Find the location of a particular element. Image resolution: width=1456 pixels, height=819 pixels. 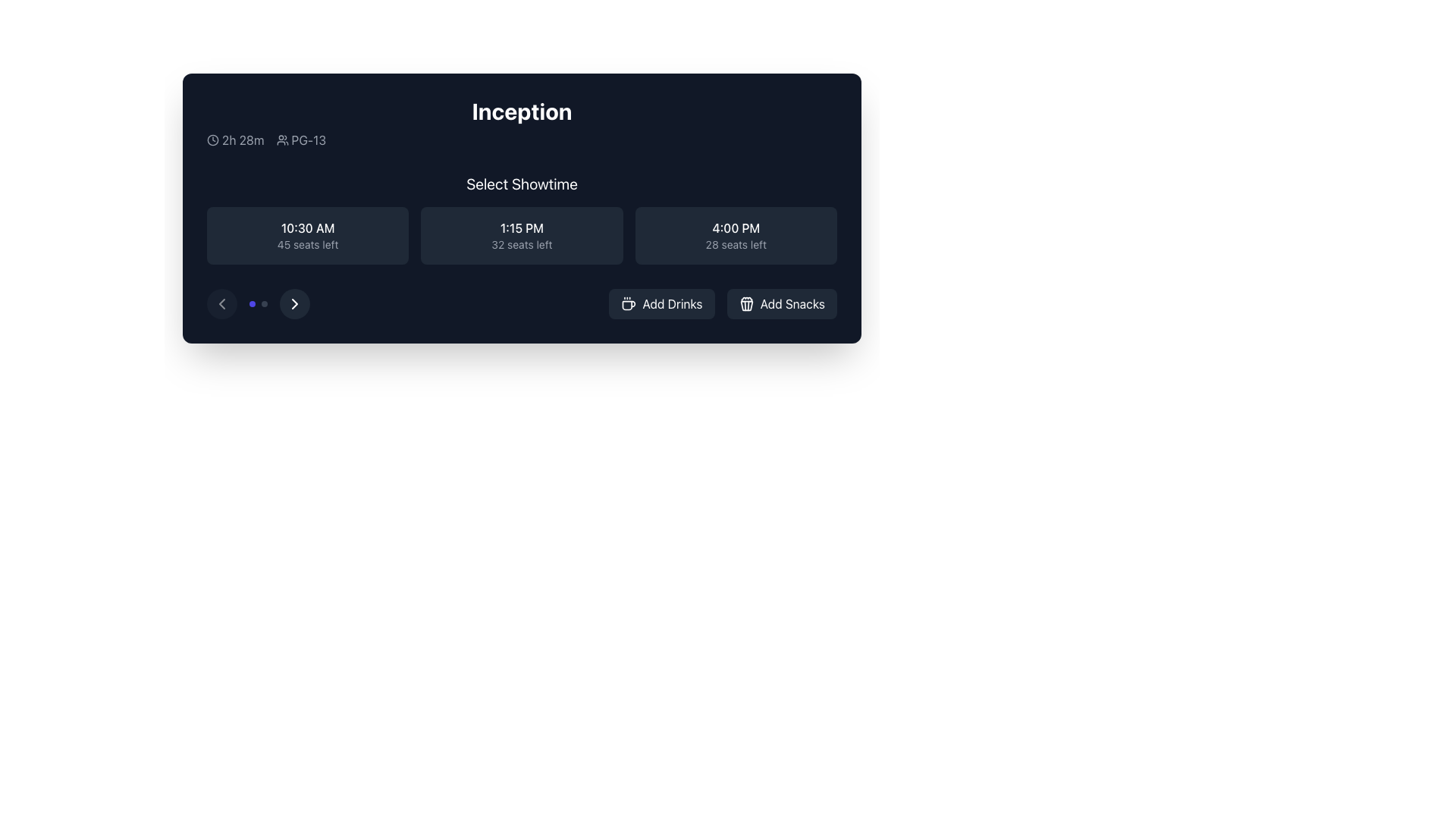

the 'PG-13' Label with Icon element, which indicates a movie rating and is styled in gray, positioned second in the horizontal list at the top left of the content area is located at coordinates (301, 140).